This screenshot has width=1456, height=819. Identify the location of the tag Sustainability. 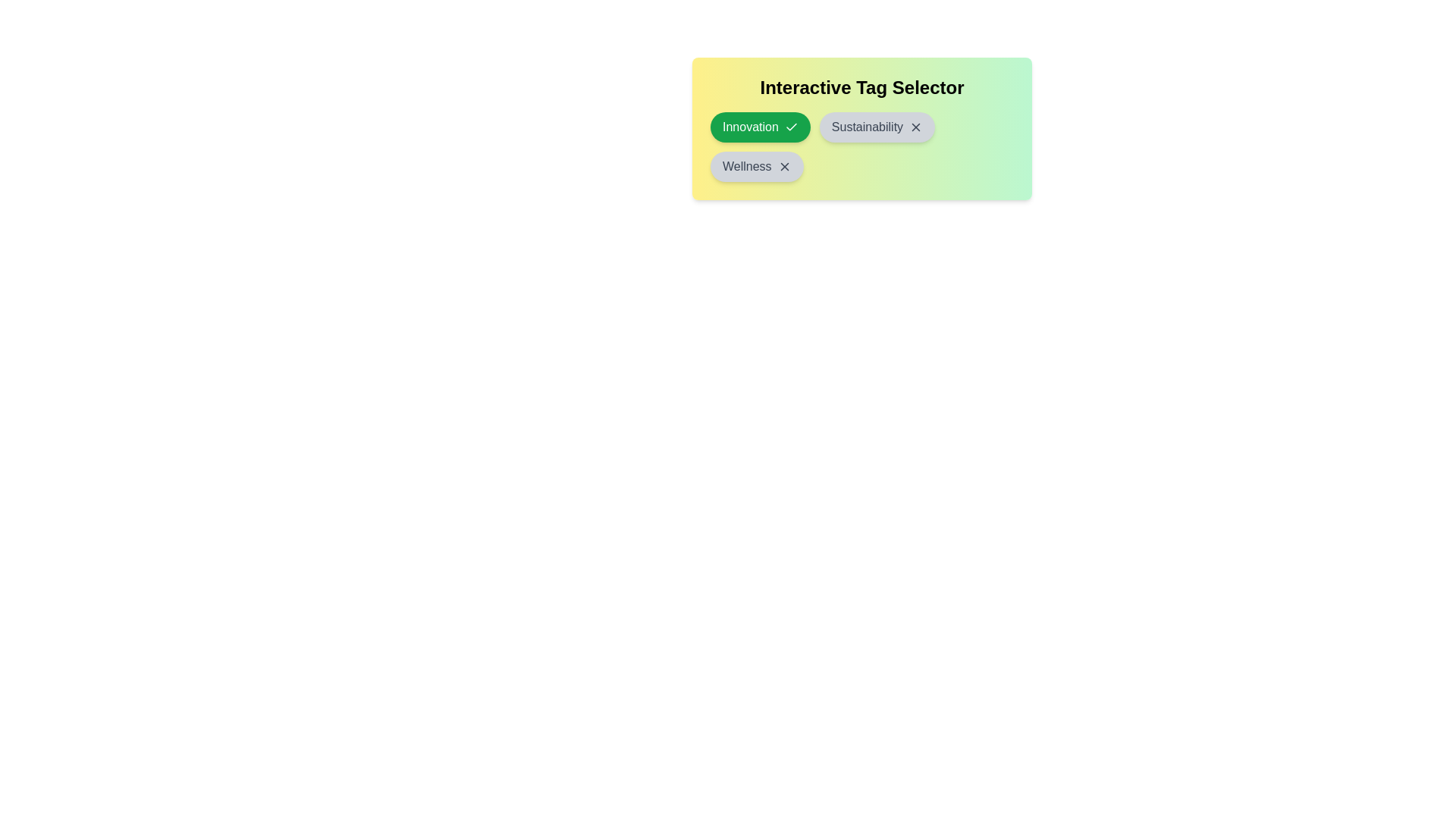
(877, 127).